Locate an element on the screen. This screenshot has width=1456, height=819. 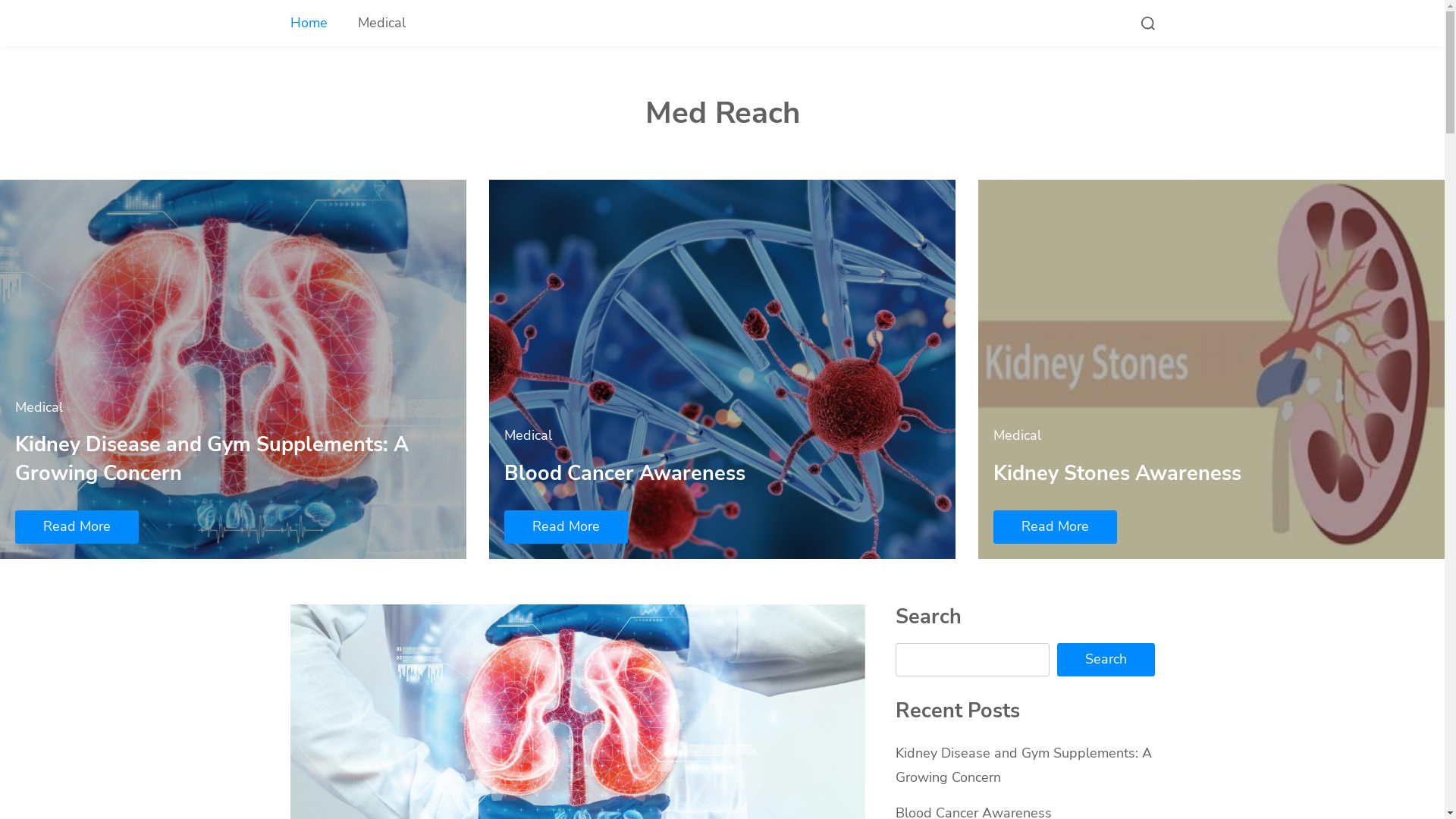
'Home' is located at coordinates (307, 23).